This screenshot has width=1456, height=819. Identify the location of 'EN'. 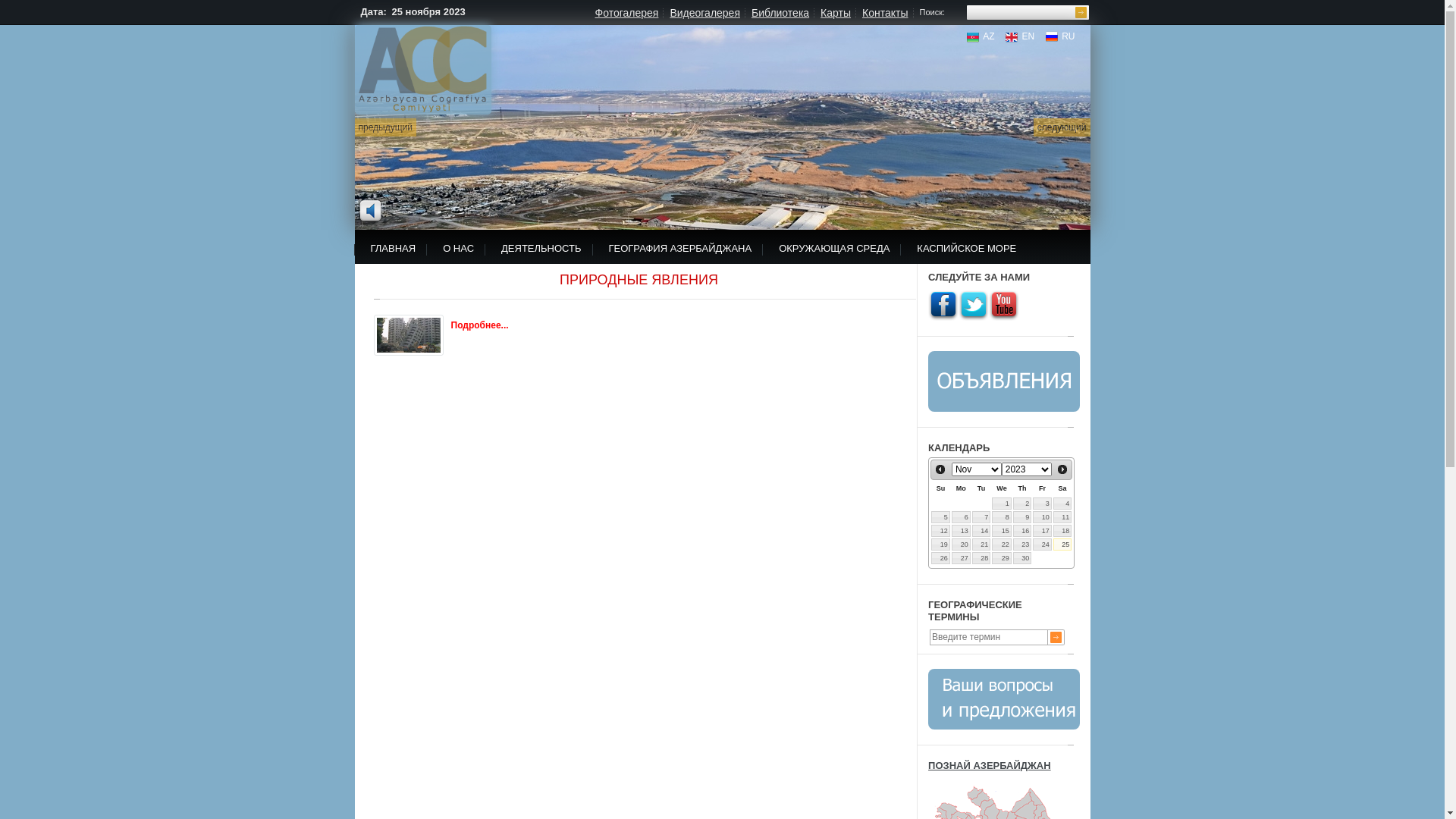
(1019, 35).